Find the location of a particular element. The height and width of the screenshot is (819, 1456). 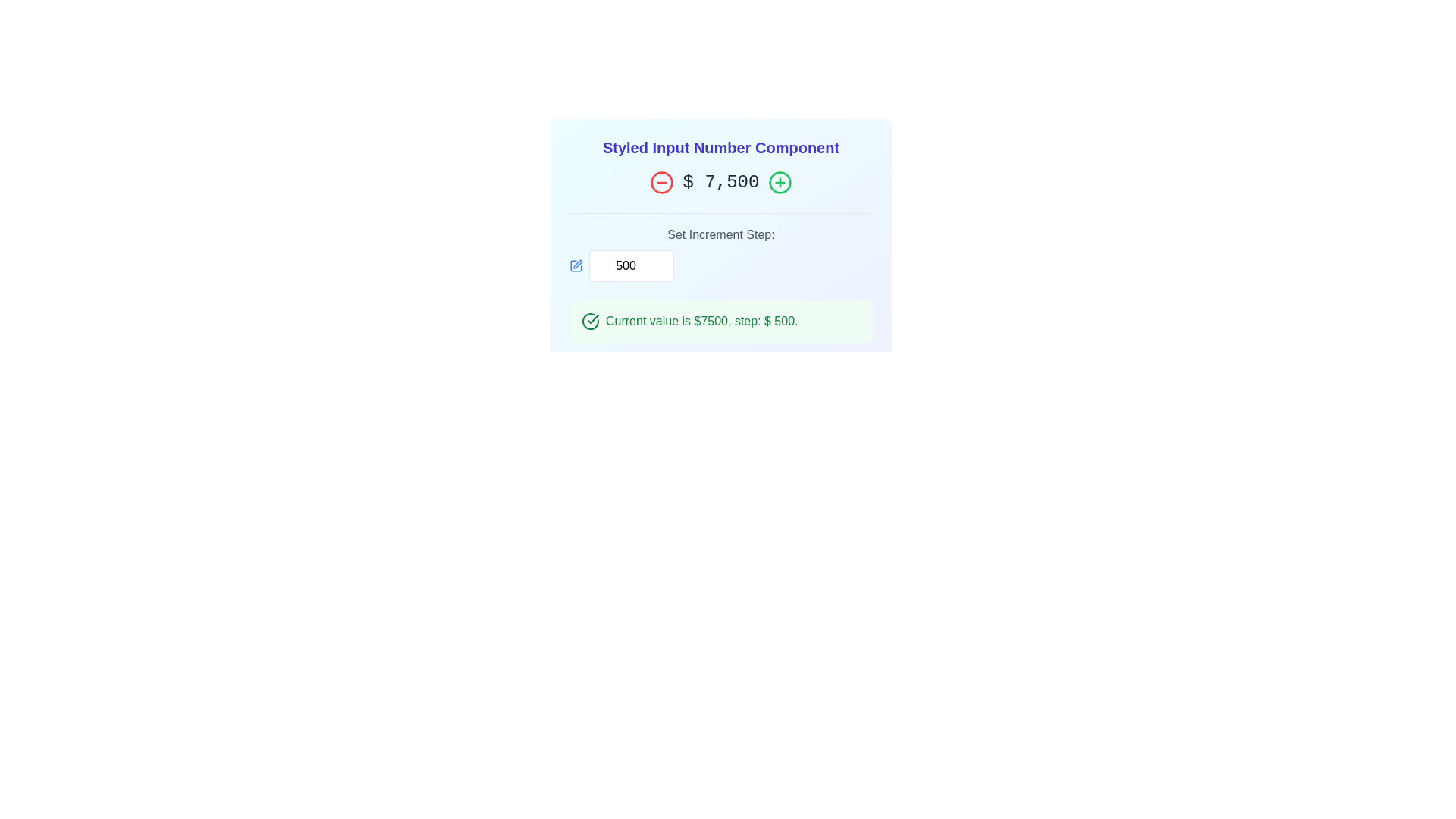

the informational element displaying the message 'Current value is $ 7500, step: $ 500.' with a green checkmark icon, located at the bottom of the styled card component is located at coordinates (720, 321).